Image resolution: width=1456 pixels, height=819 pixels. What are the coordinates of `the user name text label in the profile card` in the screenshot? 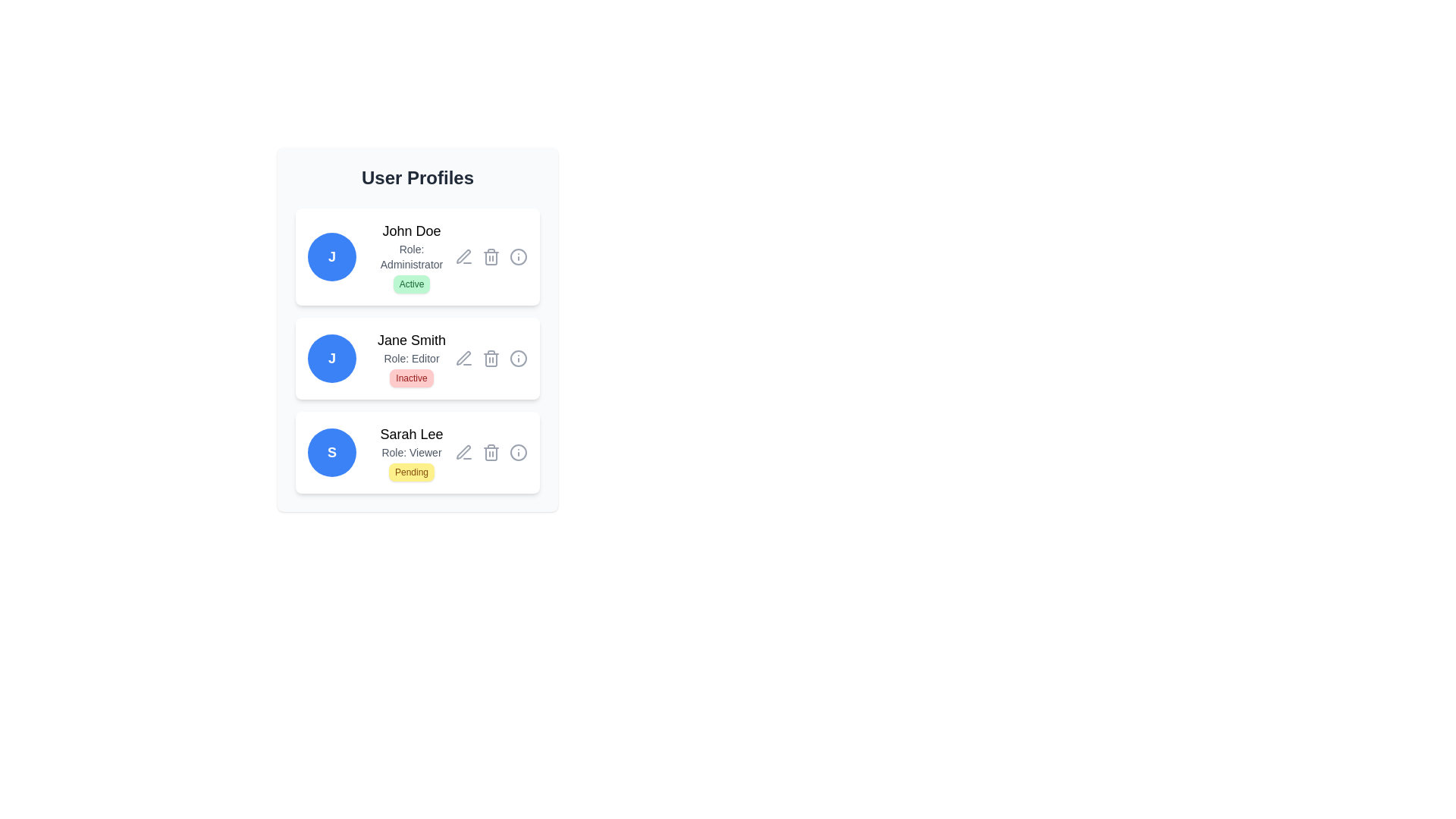 It's located at (411, 435).